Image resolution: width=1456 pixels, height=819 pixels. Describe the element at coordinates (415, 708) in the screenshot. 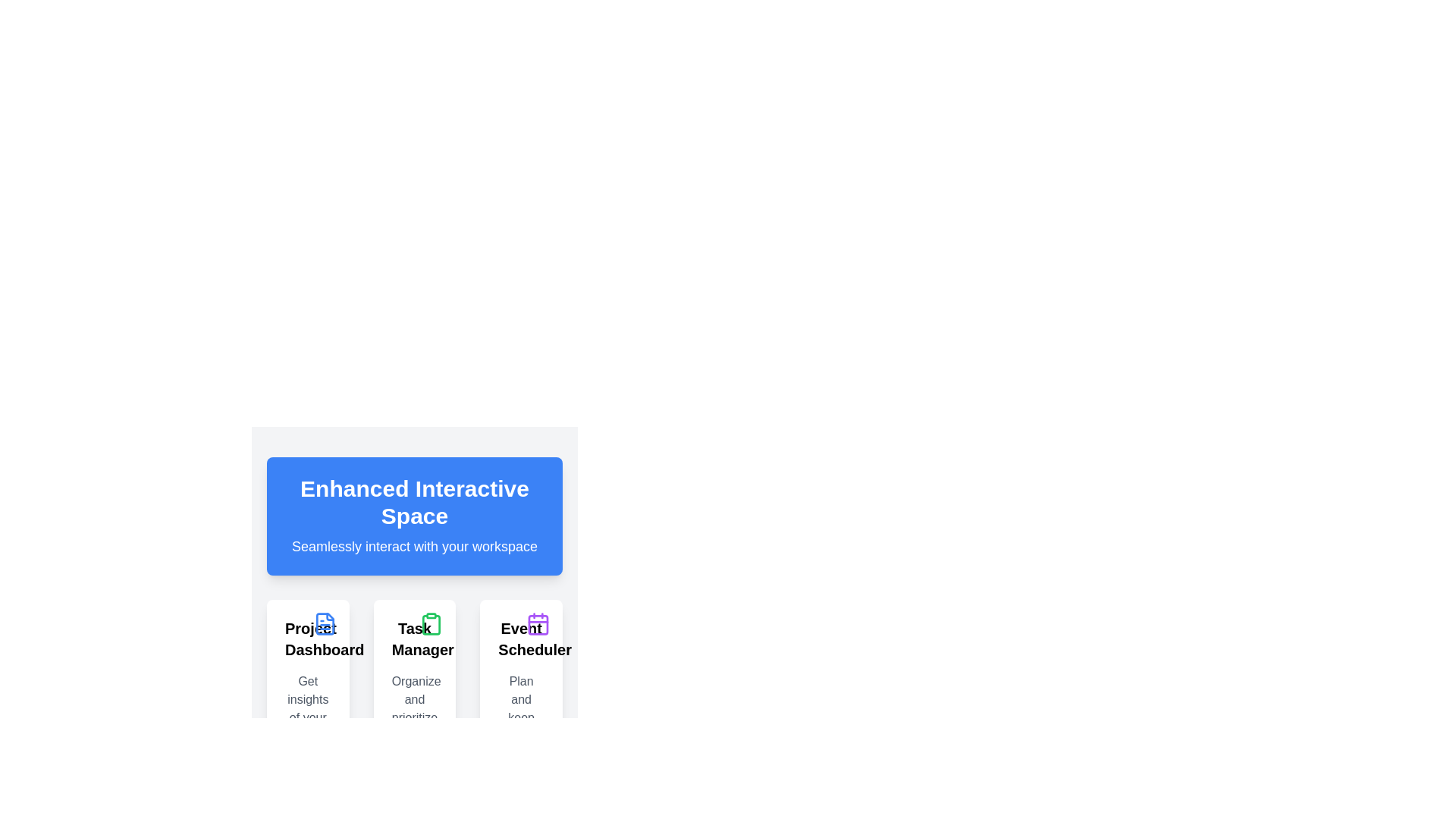

I see `the informational card about the 'Task Manager' feature, which is the middle card in a group of three horizontally aligned cards` at that location.